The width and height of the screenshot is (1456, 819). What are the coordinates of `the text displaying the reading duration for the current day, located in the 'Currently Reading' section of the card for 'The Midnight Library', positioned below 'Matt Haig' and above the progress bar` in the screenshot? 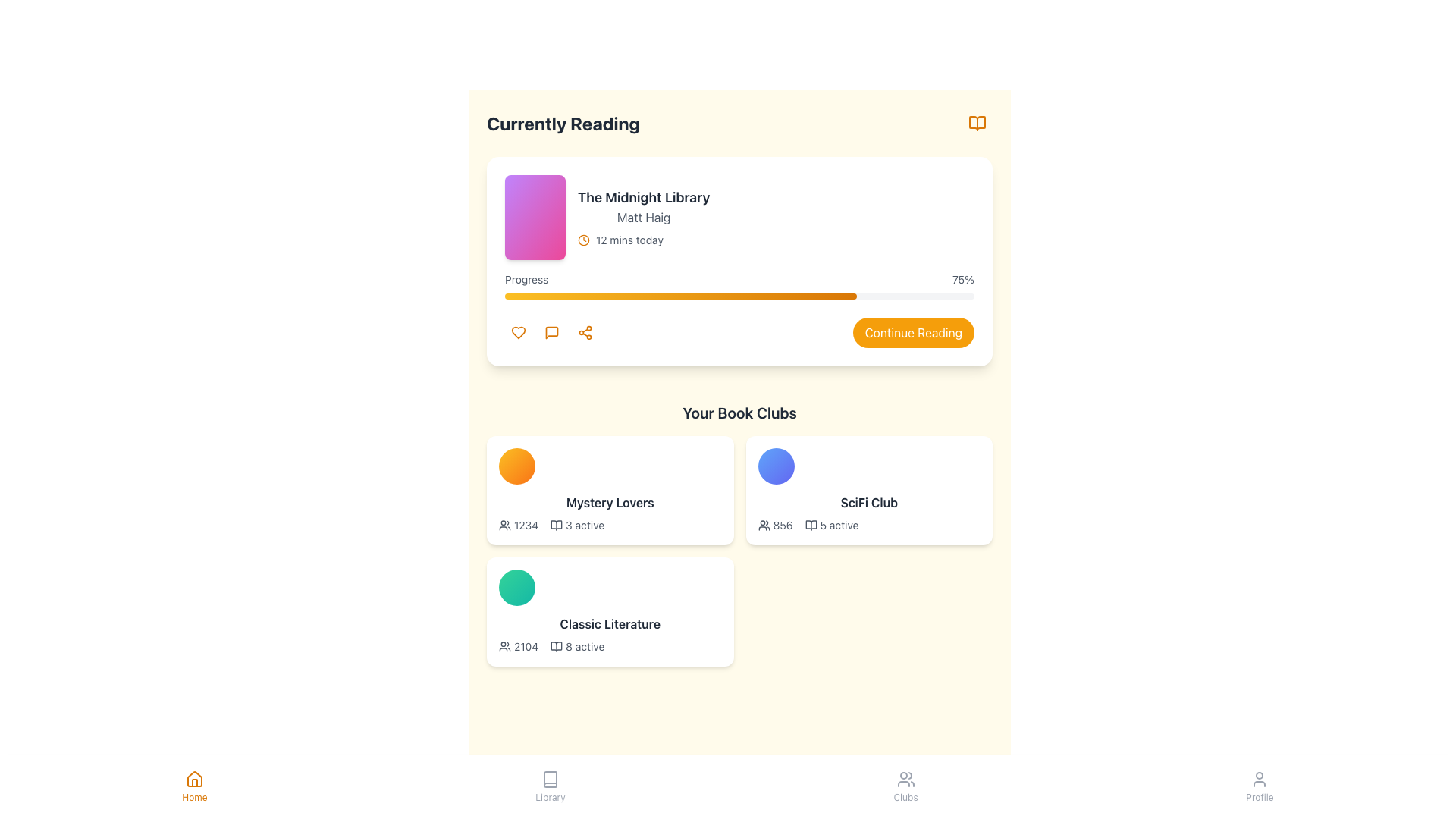 It's located at (629, 239).